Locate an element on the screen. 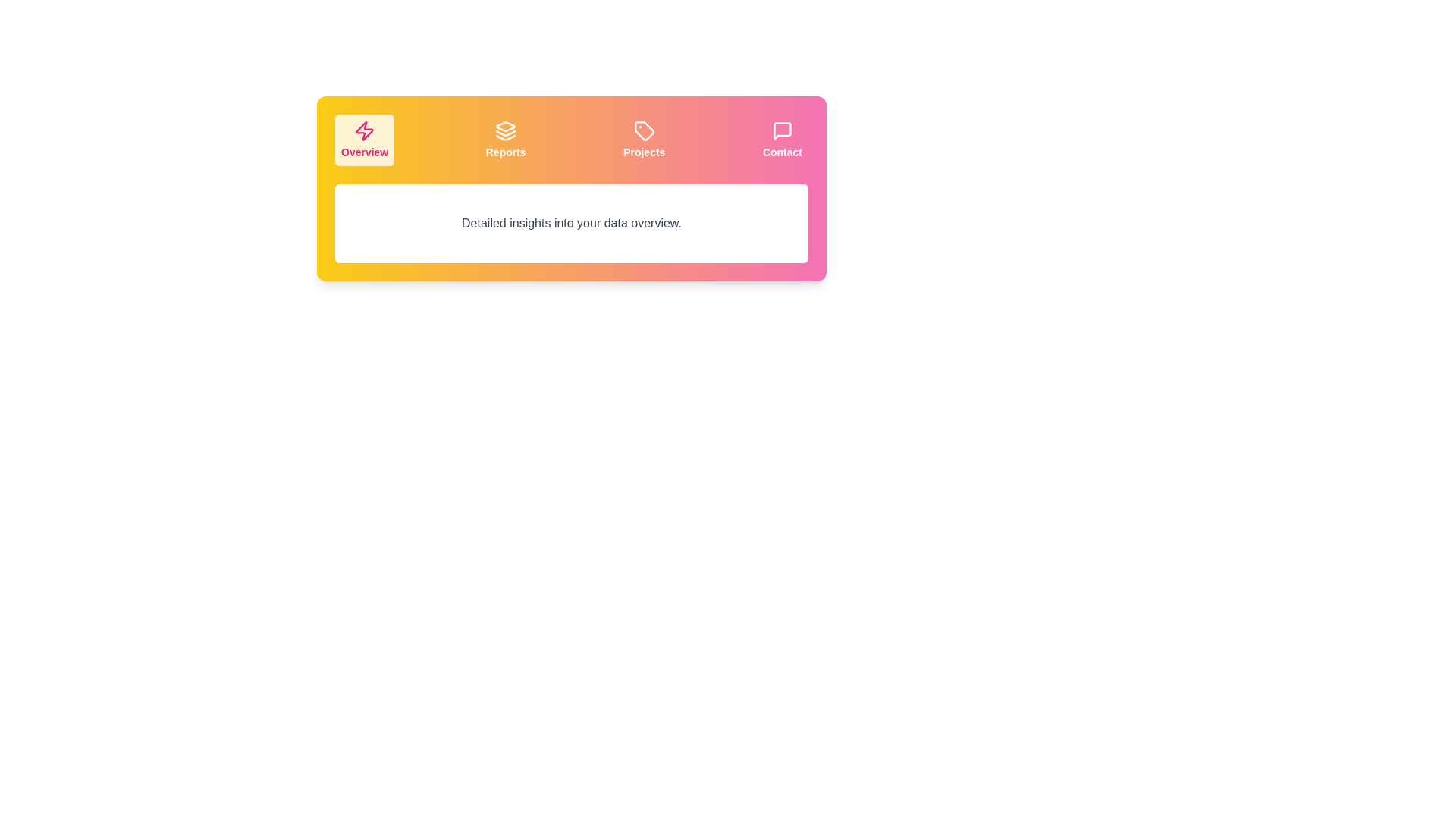 Image resolution: width=1456 pixels, height=819 pixels. the 'Projects' text label in the horizontally aligned menu bar, which is located between the 'Reports' and 'Contact' items is located at coordinates (644, 152).